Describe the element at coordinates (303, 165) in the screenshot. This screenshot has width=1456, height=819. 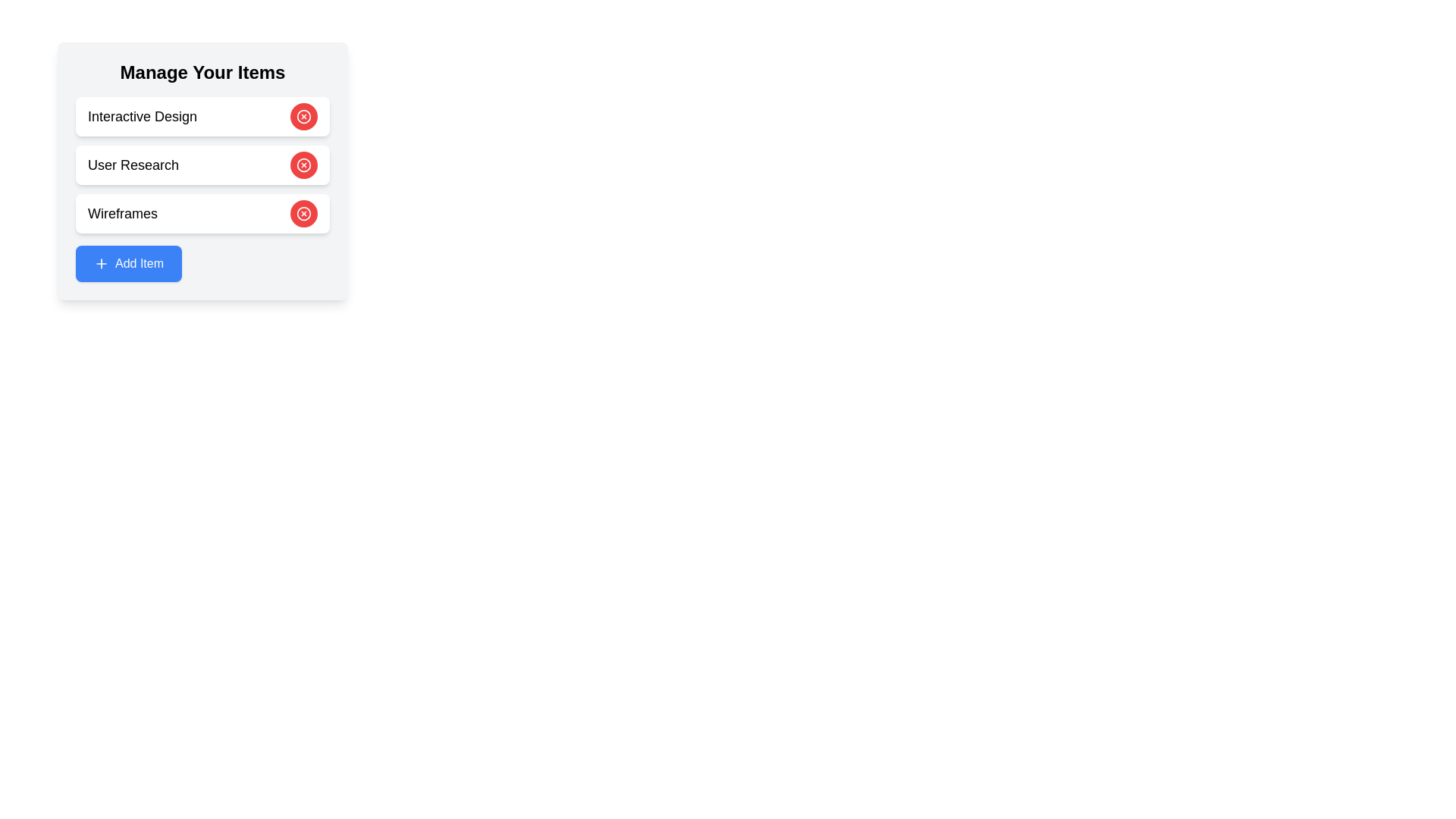
I see `'Remove' button for the item with content User Research` at that location.